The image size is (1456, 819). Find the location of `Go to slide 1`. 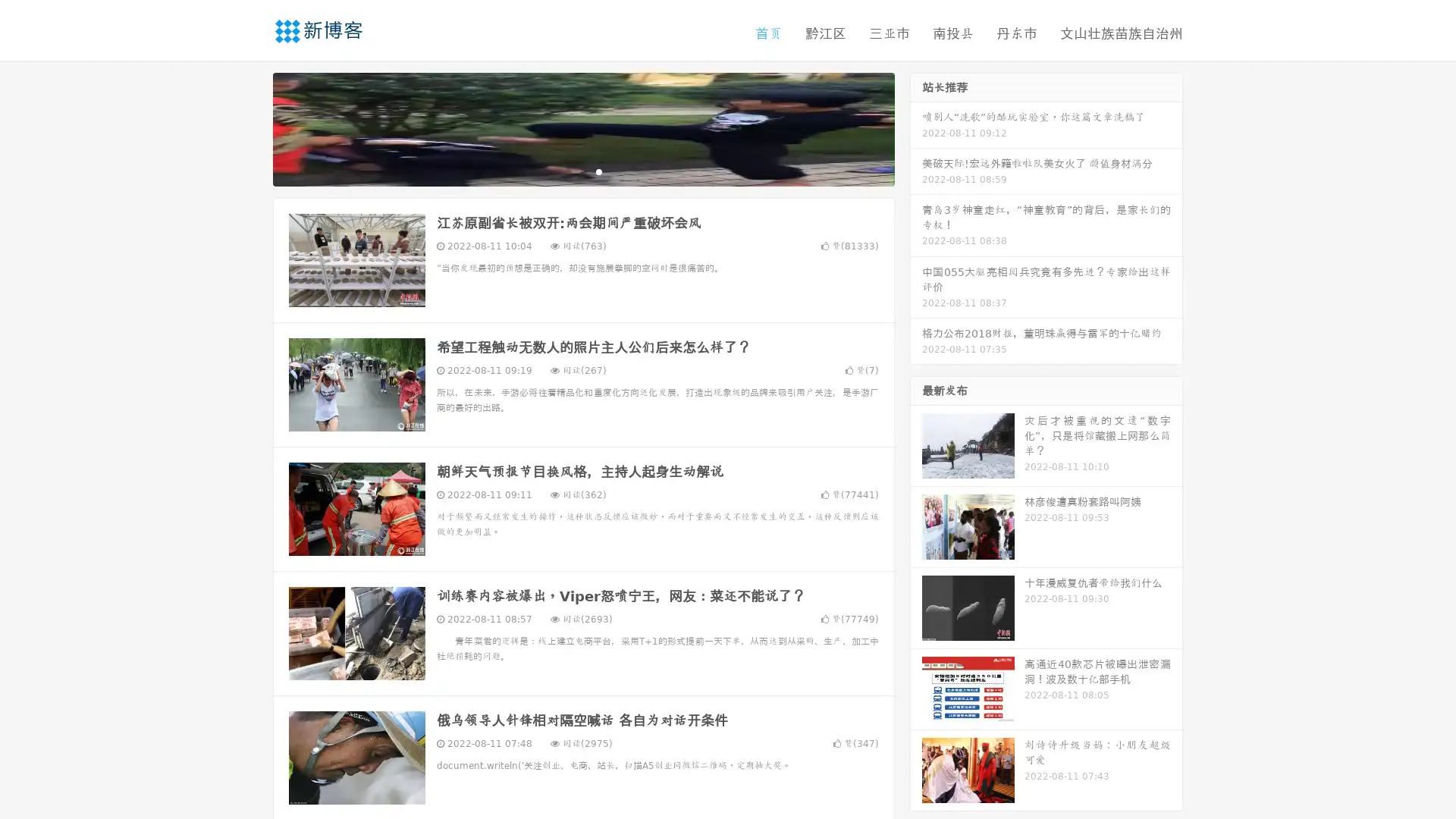

Go to slide 1 is located at coordinates (567, 171).